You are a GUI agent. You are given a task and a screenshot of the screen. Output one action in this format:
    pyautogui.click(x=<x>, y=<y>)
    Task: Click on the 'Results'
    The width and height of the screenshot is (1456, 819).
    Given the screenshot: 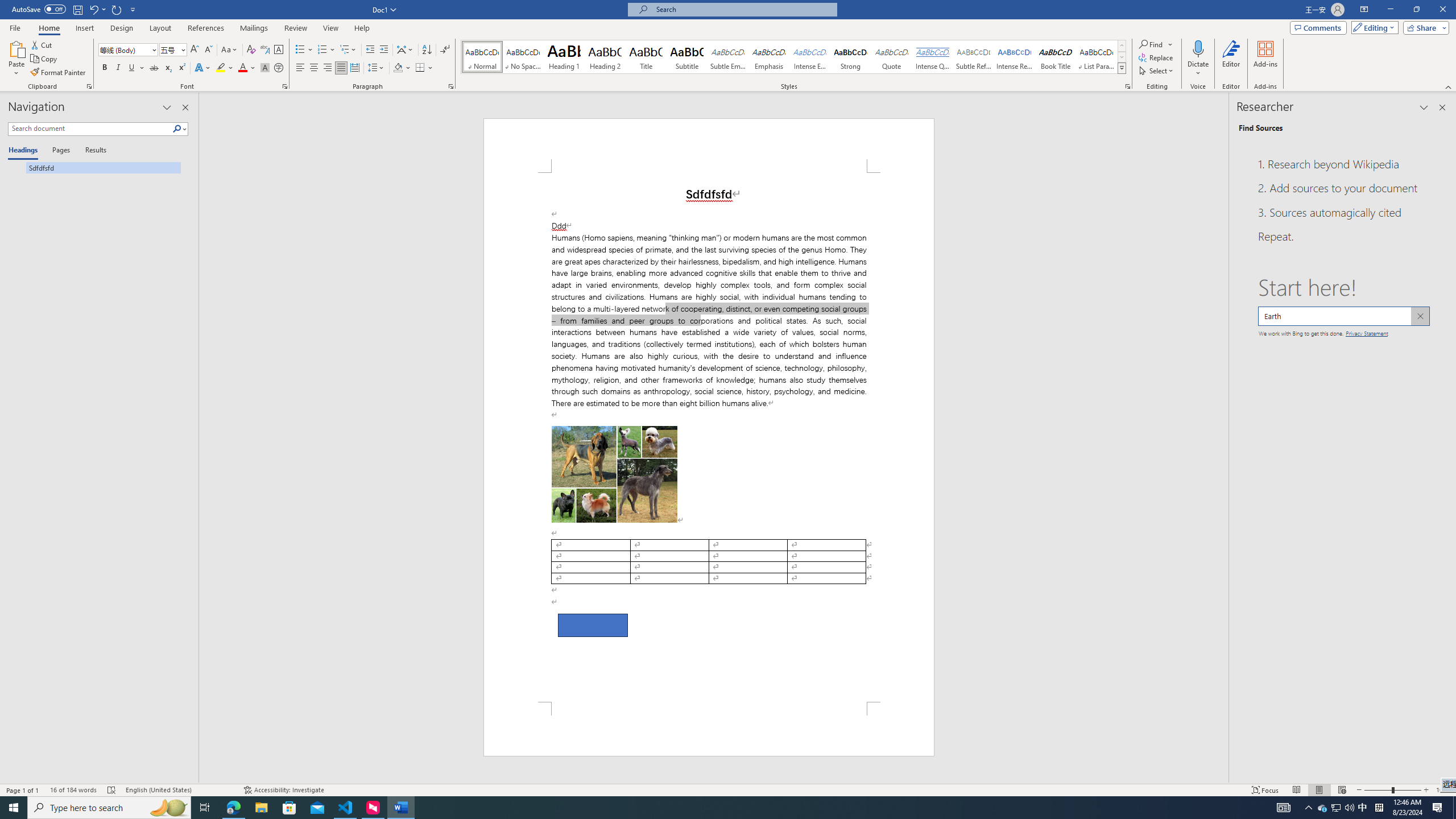 What is the action you would take?
    pyautogui.click(x=91, y=150)
    